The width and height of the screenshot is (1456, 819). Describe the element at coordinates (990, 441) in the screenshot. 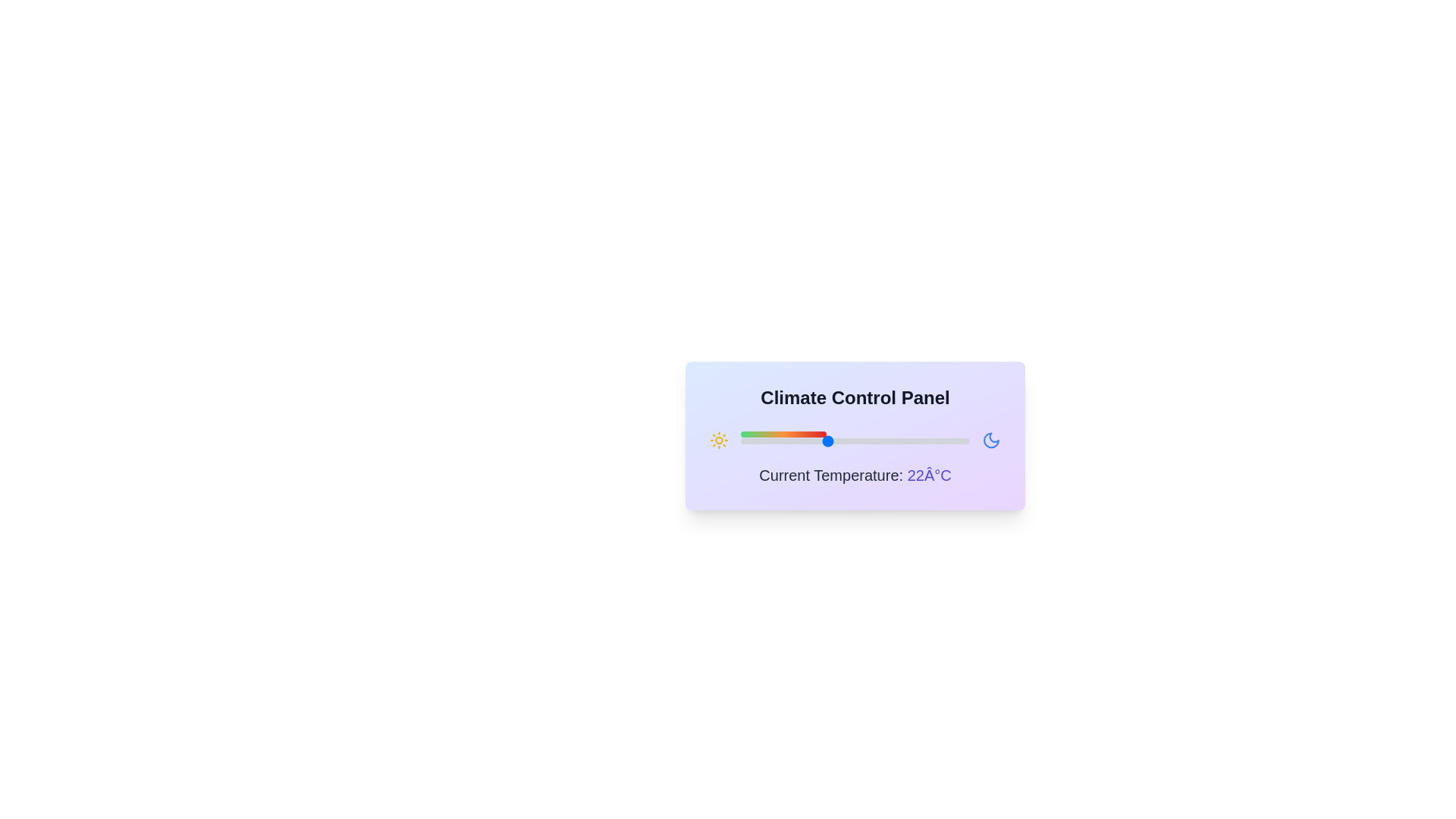

I see `the crescent moon-shaped blue icon located on the right side of the Climate Control Panel's header section` at that location.